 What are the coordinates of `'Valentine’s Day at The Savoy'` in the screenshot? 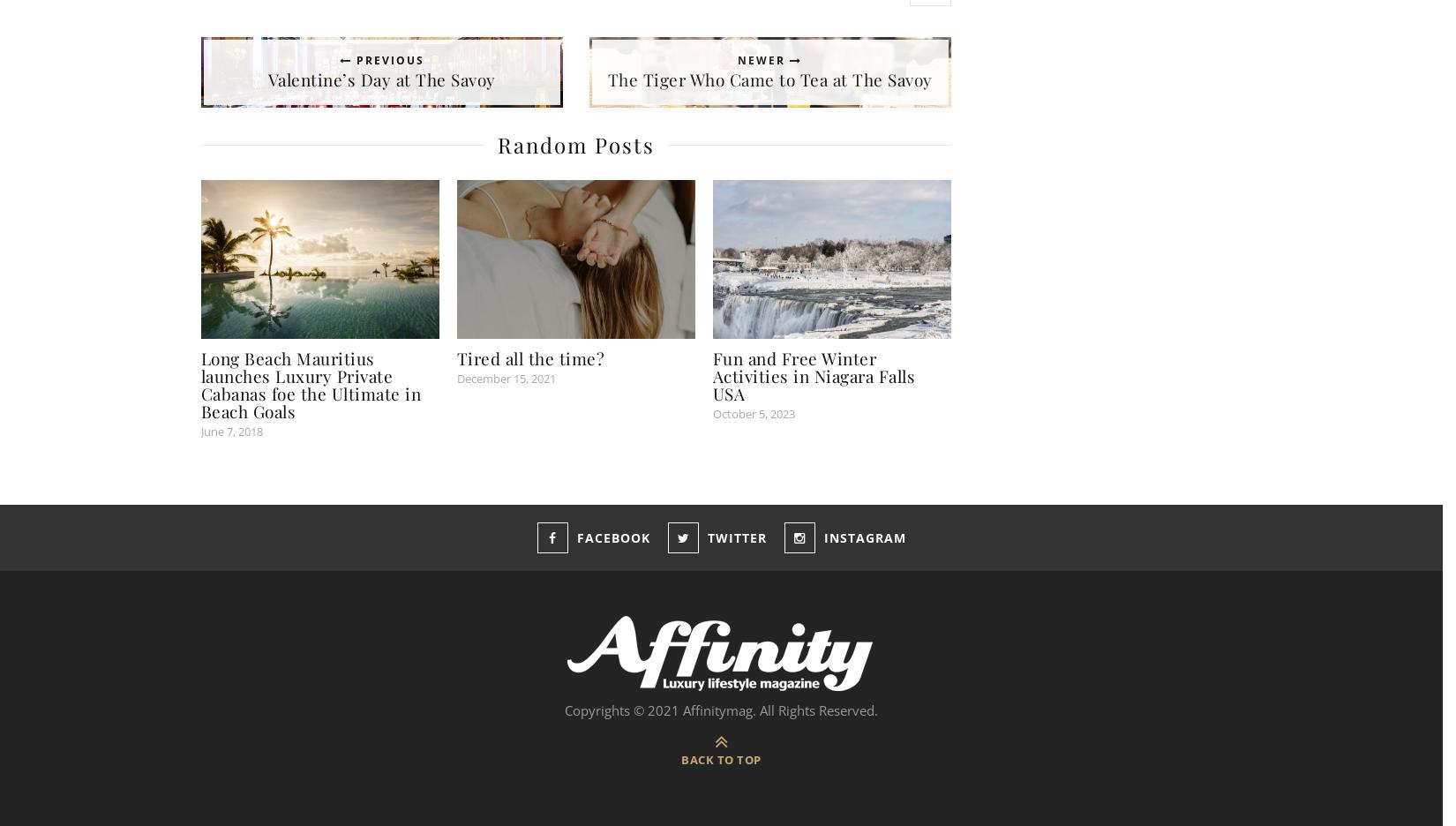 It's located at (379, 79).